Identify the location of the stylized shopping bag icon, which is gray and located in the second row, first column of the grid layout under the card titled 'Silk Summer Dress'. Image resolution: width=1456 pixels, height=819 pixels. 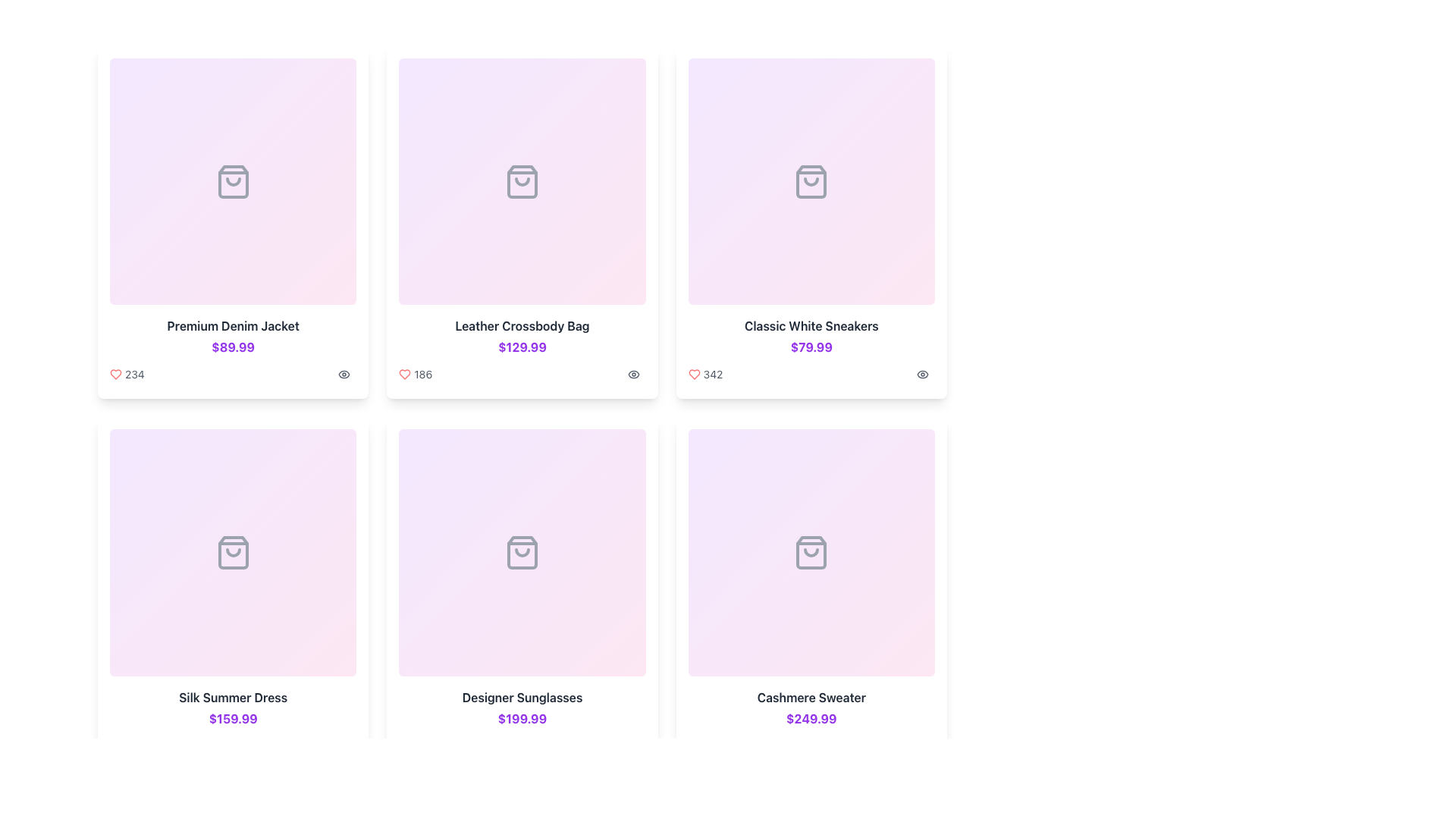
(232, 553).